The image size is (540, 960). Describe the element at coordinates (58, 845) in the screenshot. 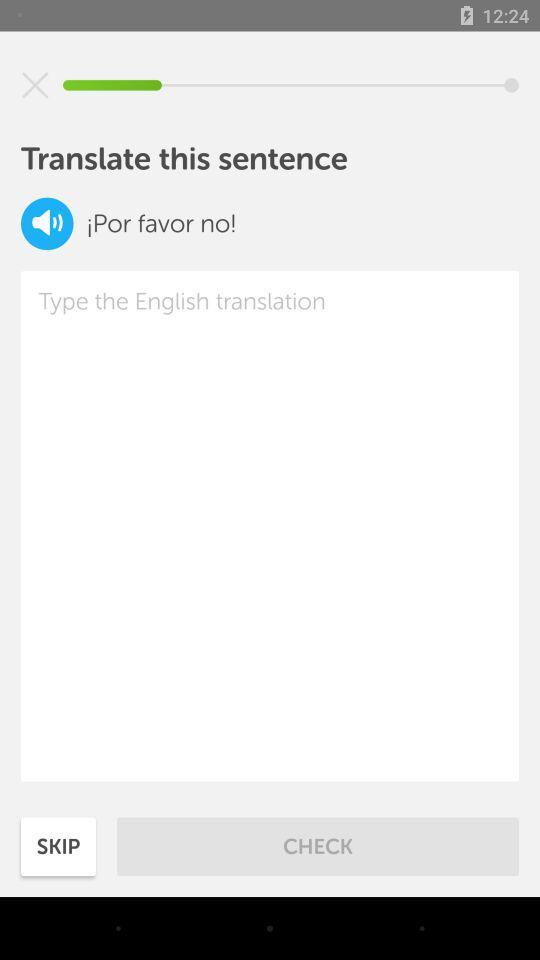

I see `skip item` at that location.